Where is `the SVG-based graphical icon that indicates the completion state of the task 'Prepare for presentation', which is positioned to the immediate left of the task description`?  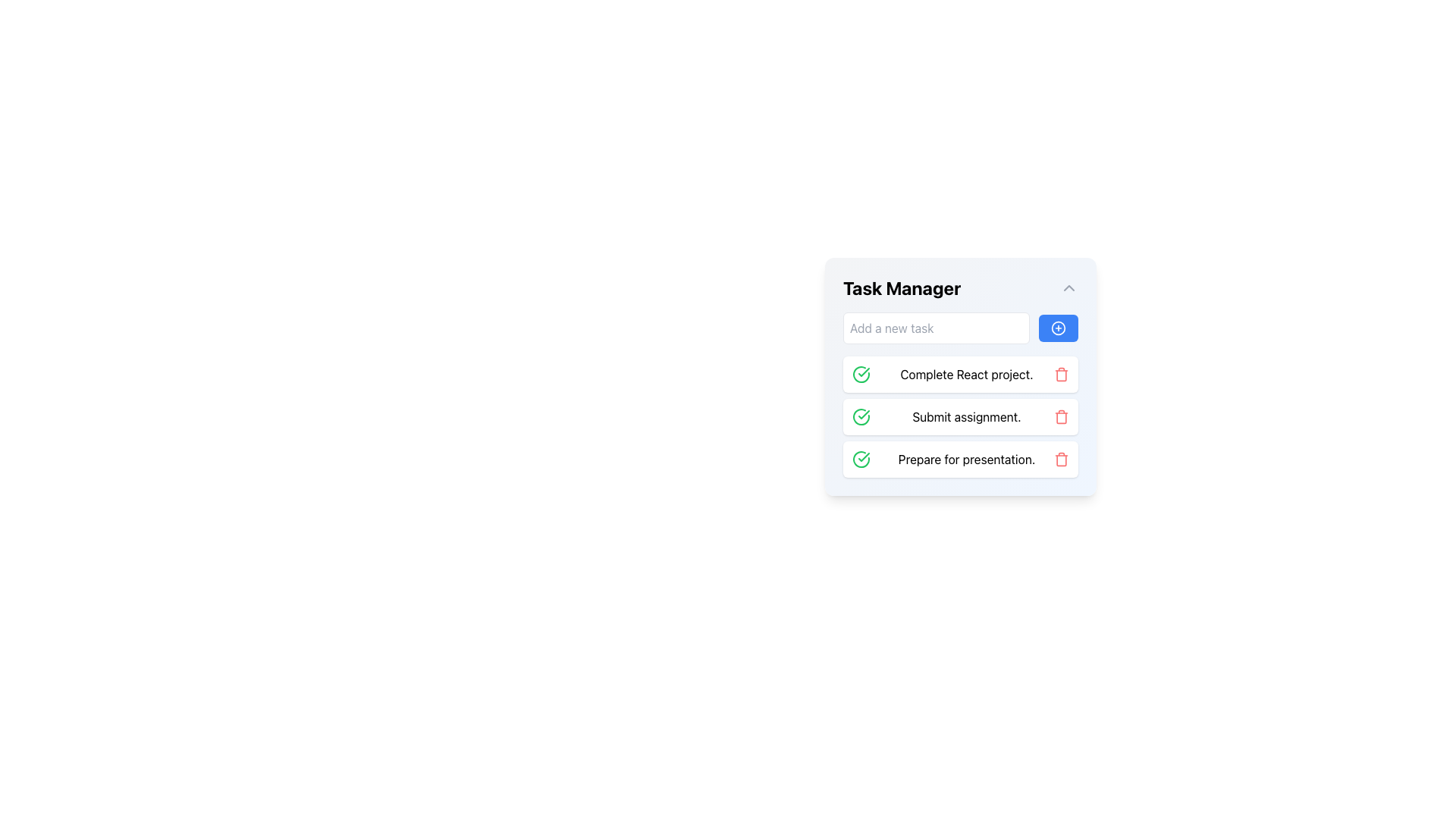
the SVG-based graphical icon that indicates the completion state of the task 'Prepare for presentation', which is positioned to the immediate left of the task description is located at coordinates (861, 458).